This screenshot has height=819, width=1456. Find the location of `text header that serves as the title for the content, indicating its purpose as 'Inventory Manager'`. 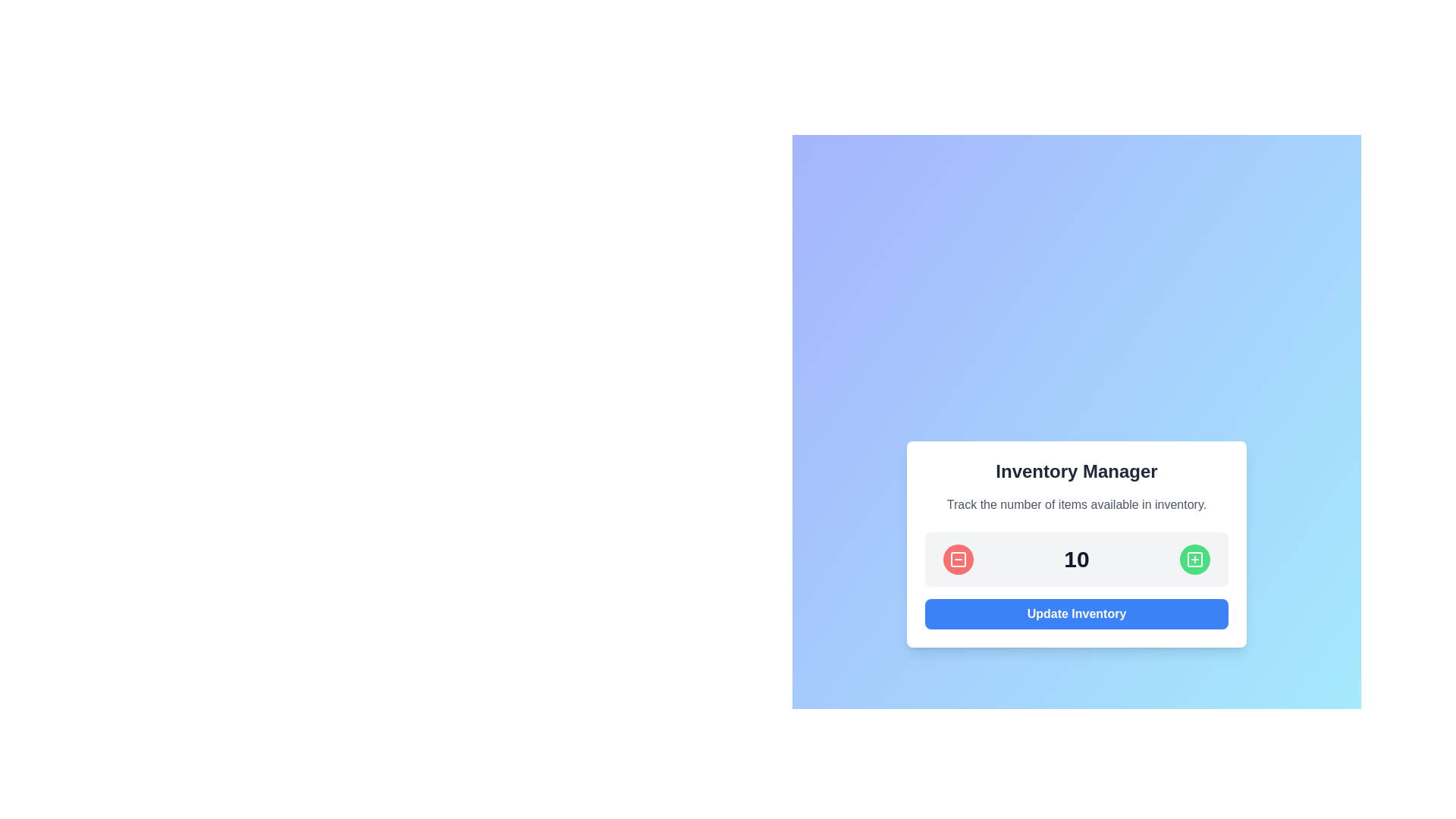

text header that serves as the title for the content, indicating its purpose as 'Inventory Manager' is located at coordinates (1076, 470).